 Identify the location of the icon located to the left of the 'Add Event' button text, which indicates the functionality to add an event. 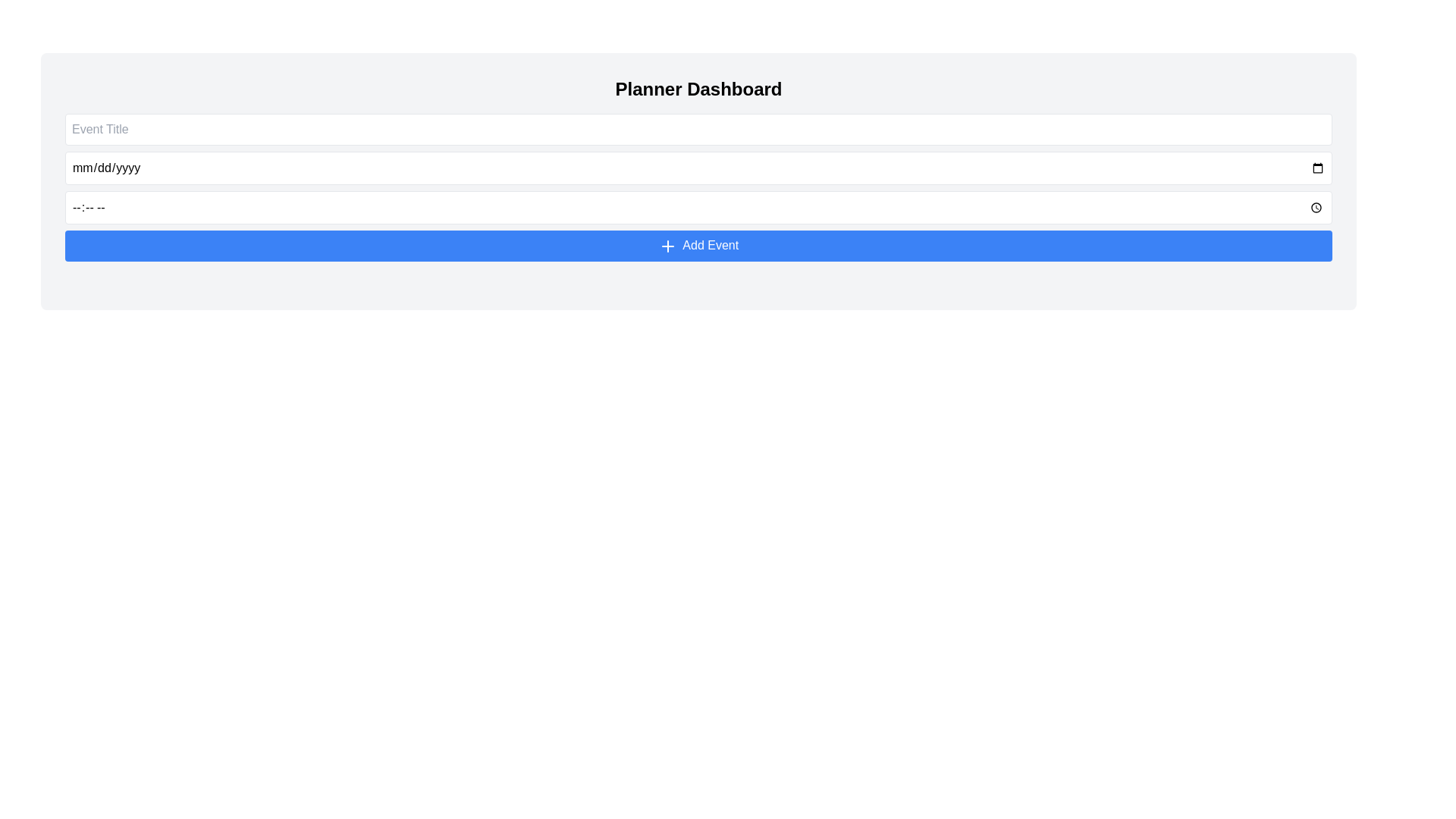
(667, 245).